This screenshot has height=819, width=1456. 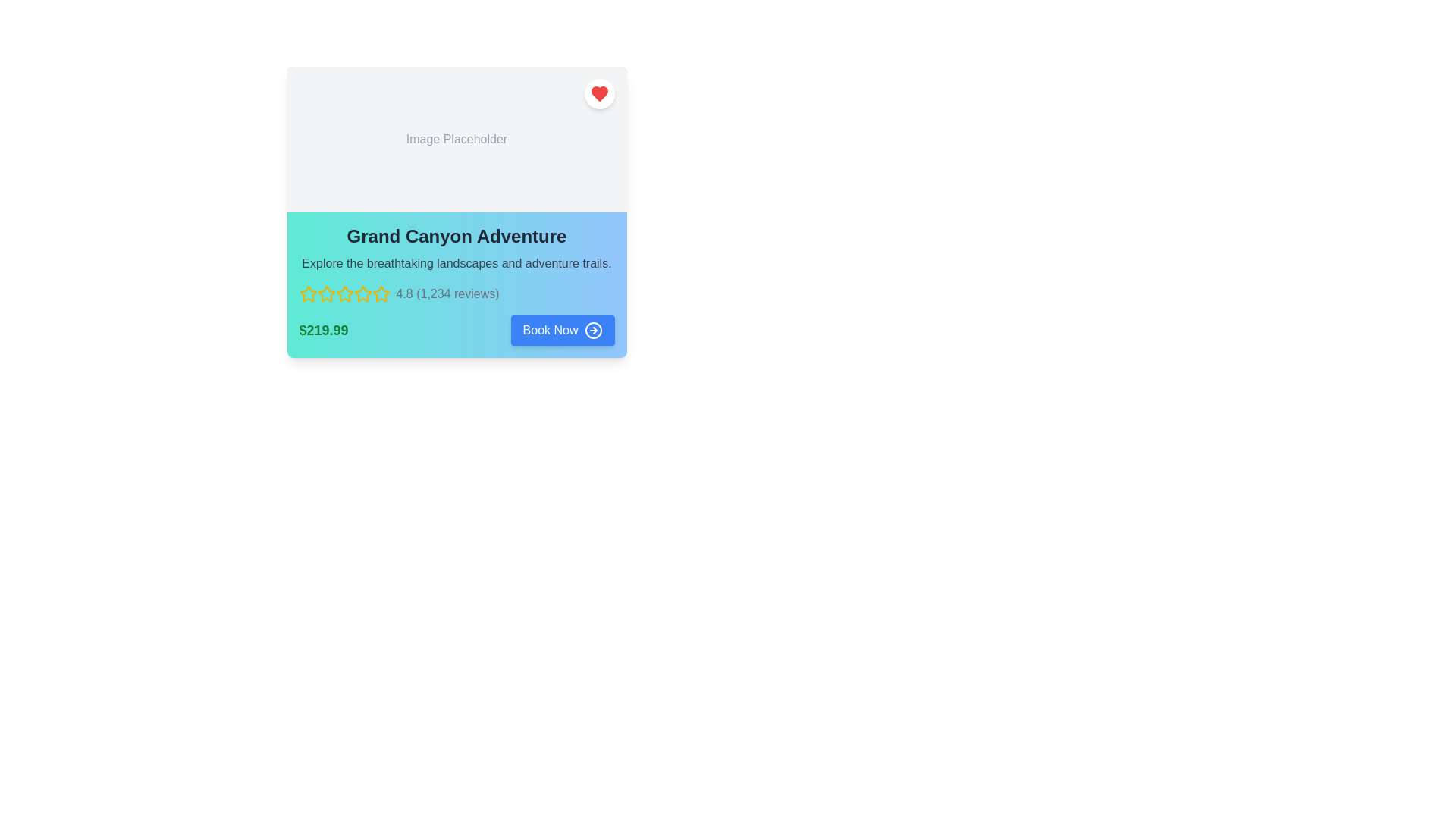 What do you see at coordinates (562, 329) in the screenshot?
I see `the 'Book Now' button with a blue background and white text to initiate the booking process for the 'Grand Canyon Adventure' tour` at bounding box center [562, 329].